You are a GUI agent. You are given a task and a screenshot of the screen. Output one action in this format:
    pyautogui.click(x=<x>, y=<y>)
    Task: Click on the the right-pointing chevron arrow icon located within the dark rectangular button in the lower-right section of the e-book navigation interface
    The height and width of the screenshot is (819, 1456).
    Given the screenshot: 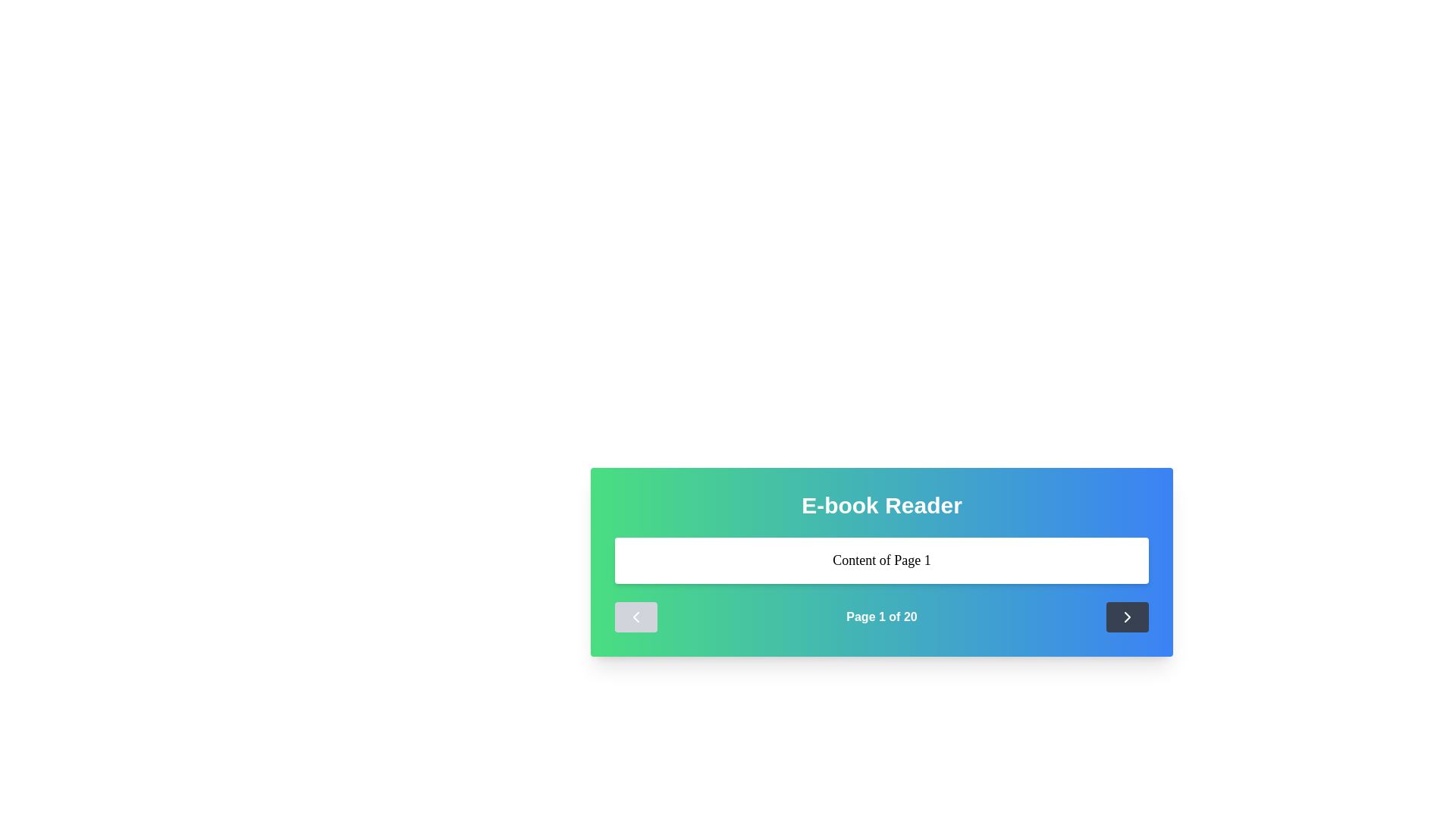 What is the action you would take?
    pyautogui.click(x=1128, y=617)
    